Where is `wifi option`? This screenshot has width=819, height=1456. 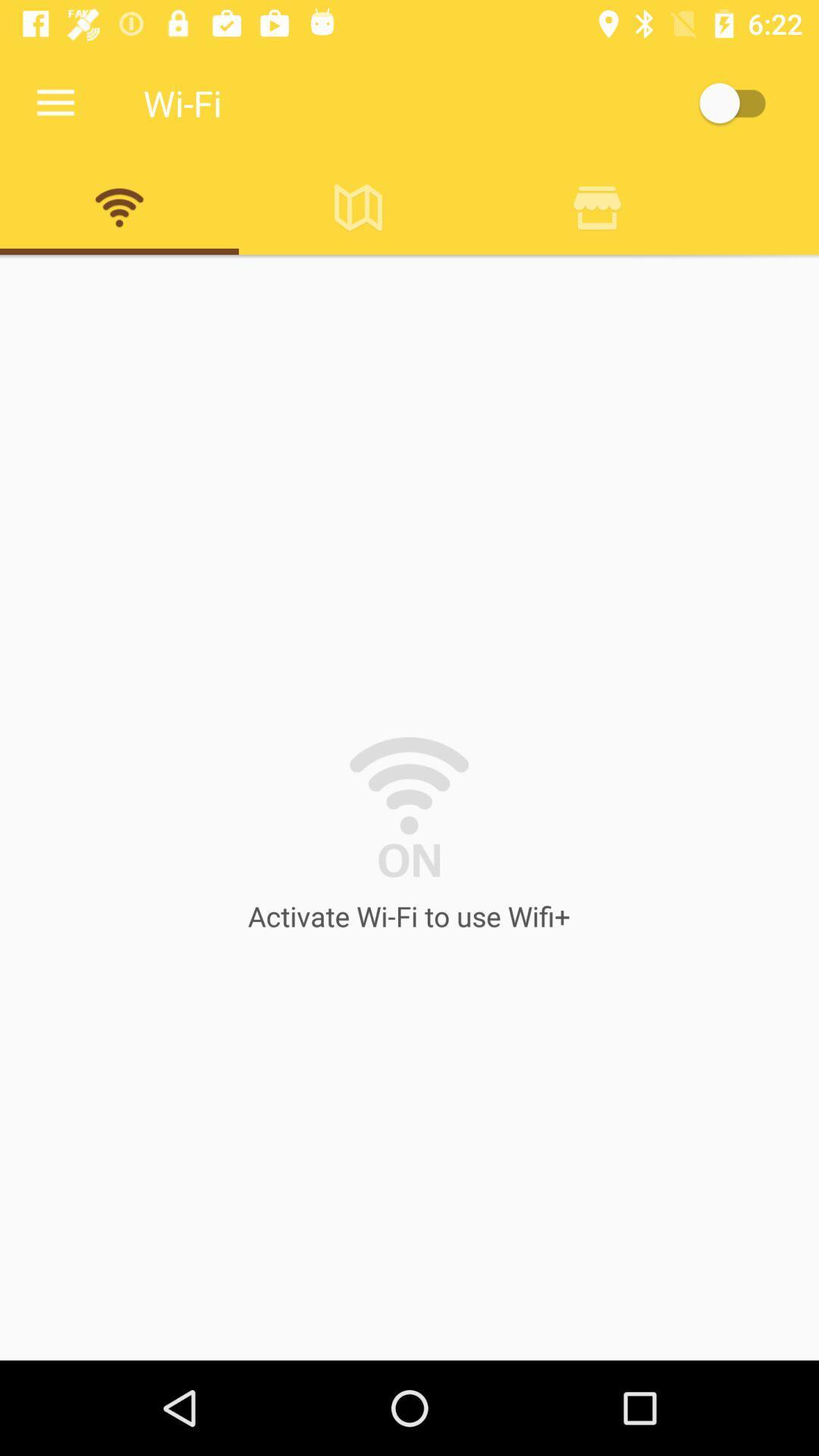 wifi option is located at coordinates (118, 206).